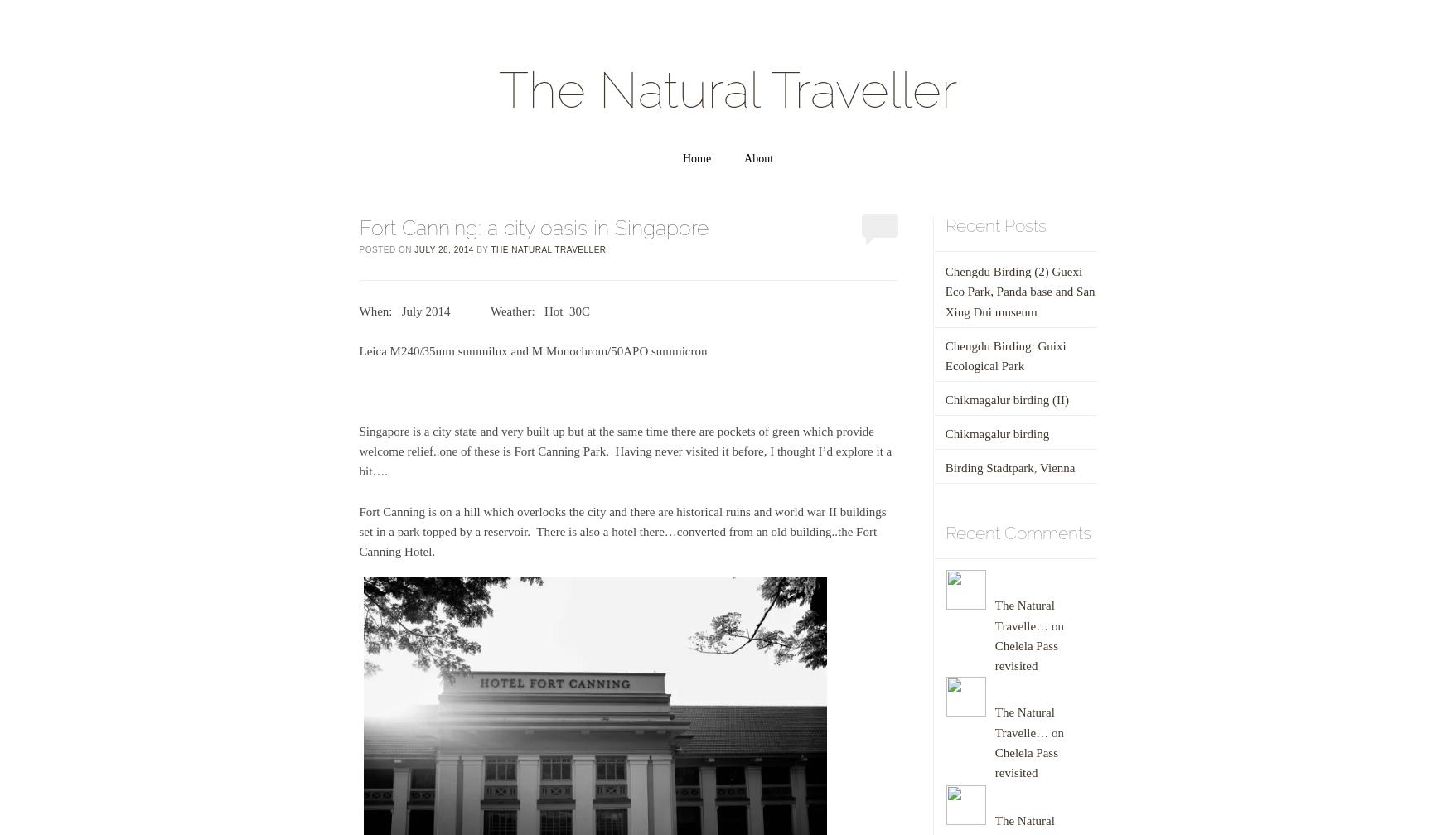 The height and width of the screenshot is (835, 1456). What do you see at coordinates (357, 451) in the screenshot?
I see `'Singapore is a city state and very built up but at the same time there are pockets of green which provide welcome relief..one of these is Fort Canning Park.  Having never visited it before, I thought I’d explore it a bit….'` at bounding box center [357, 451].